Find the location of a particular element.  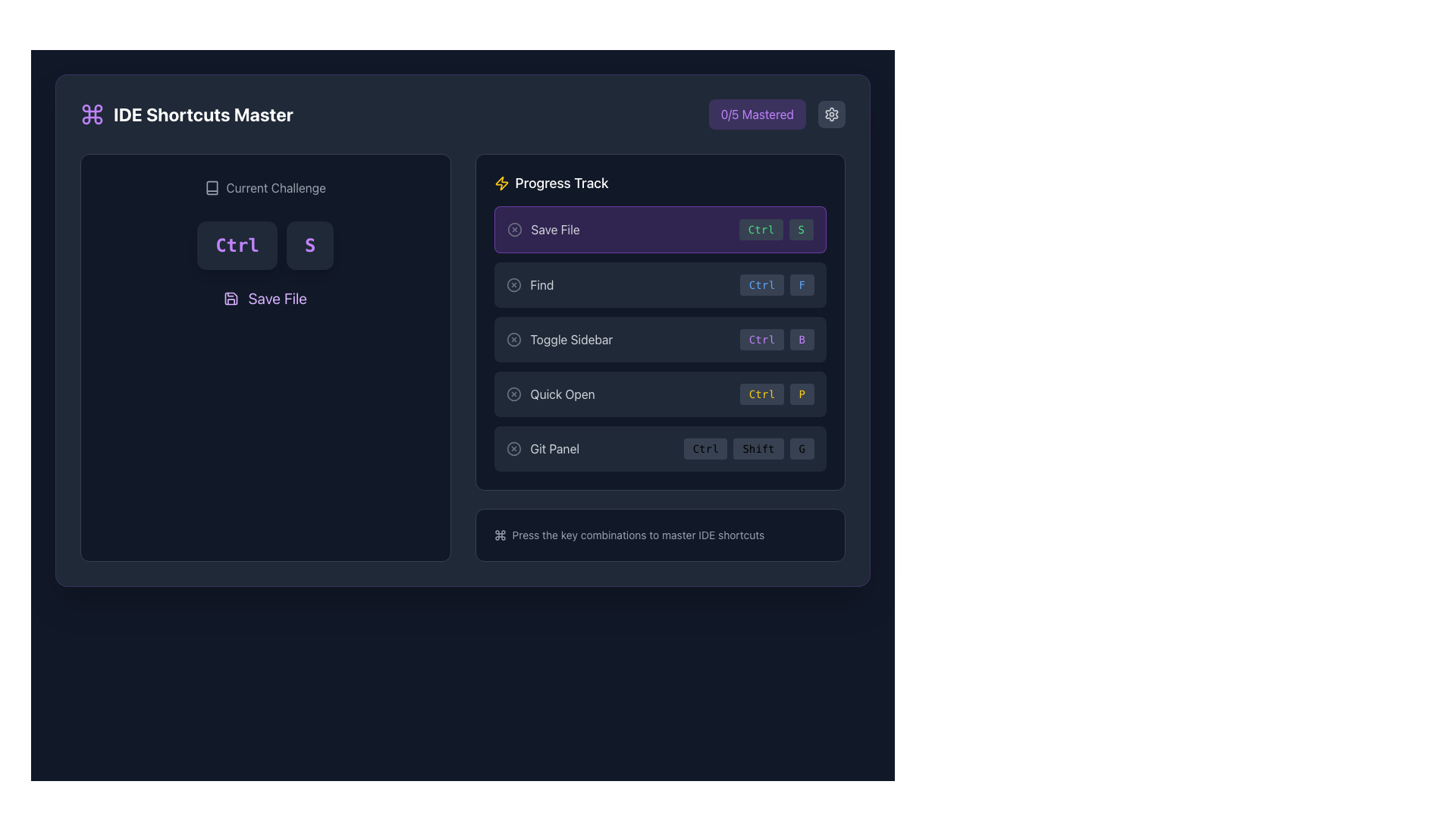

the descriptive text label for the current challenge section located near the top of the left column, above the 'Ctrl S' button group is located at coordinates (265, 187).